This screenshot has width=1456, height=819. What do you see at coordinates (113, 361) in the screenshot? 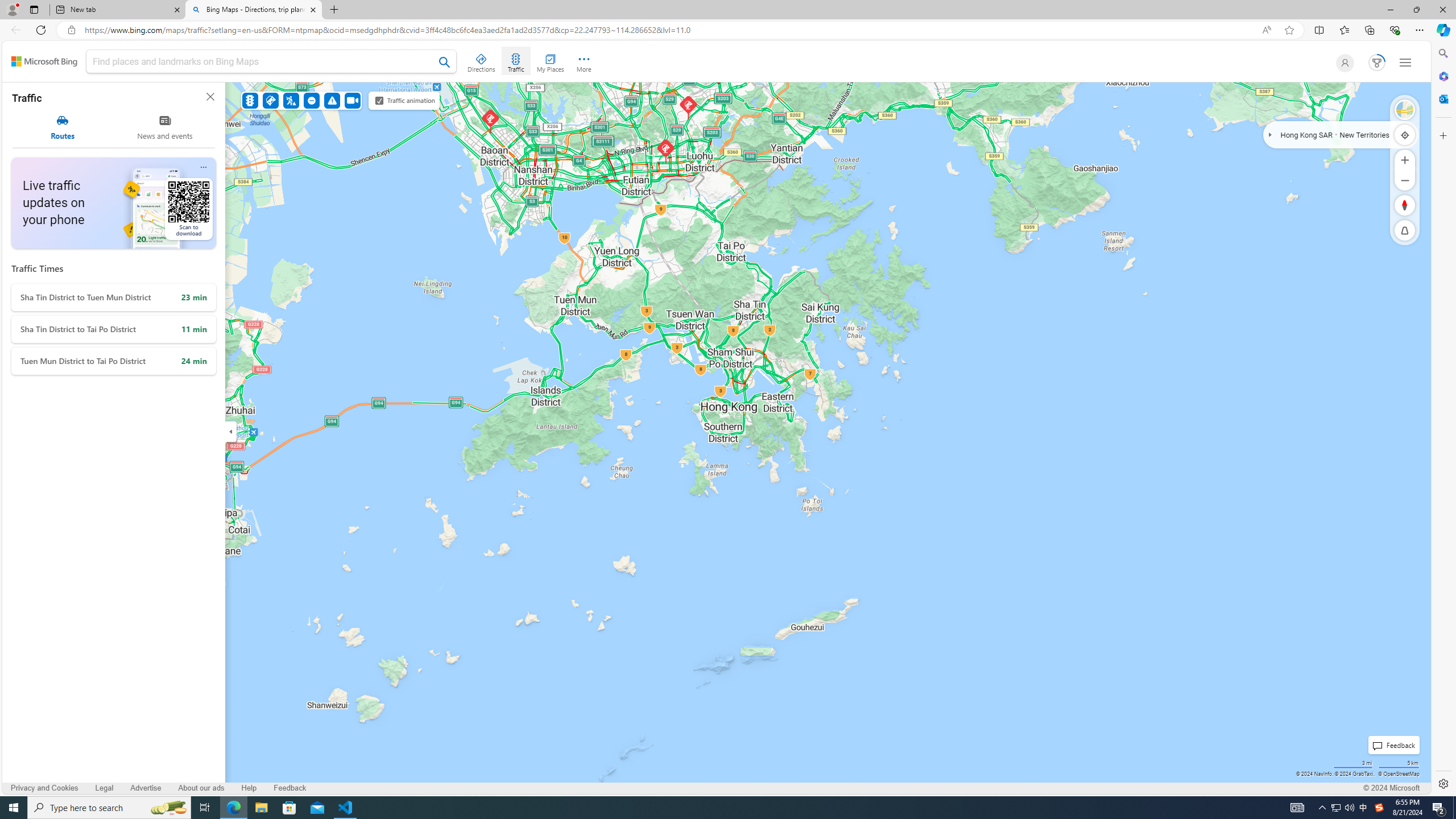
I see `'Tuen Mun District to Tai Po District'` at bounding box center [113, 361].